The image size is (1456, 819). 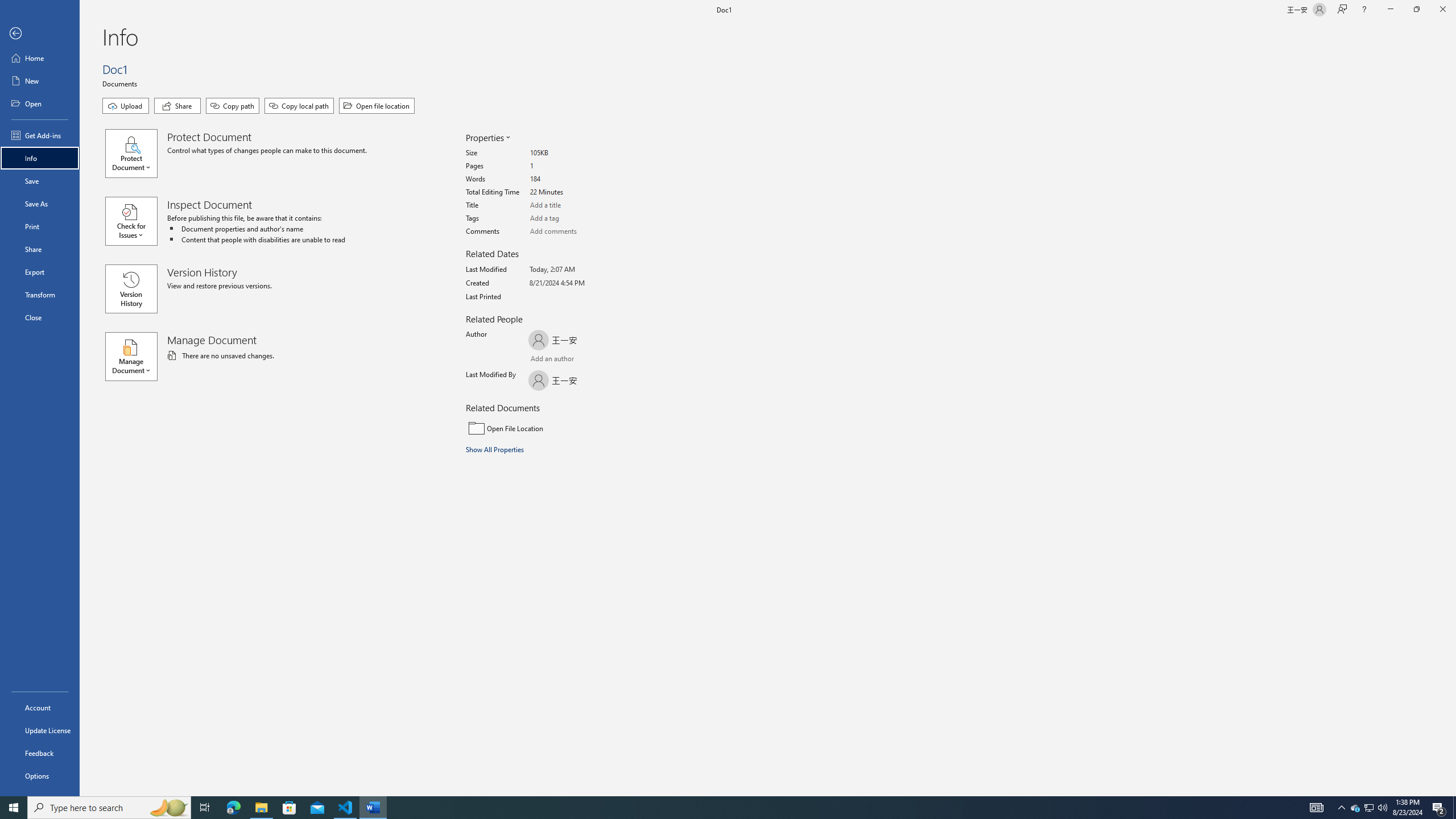 What do you see at coordinates (39, 272) in the screenshot?
I see `'Export'` at bounding box center [39, 272].